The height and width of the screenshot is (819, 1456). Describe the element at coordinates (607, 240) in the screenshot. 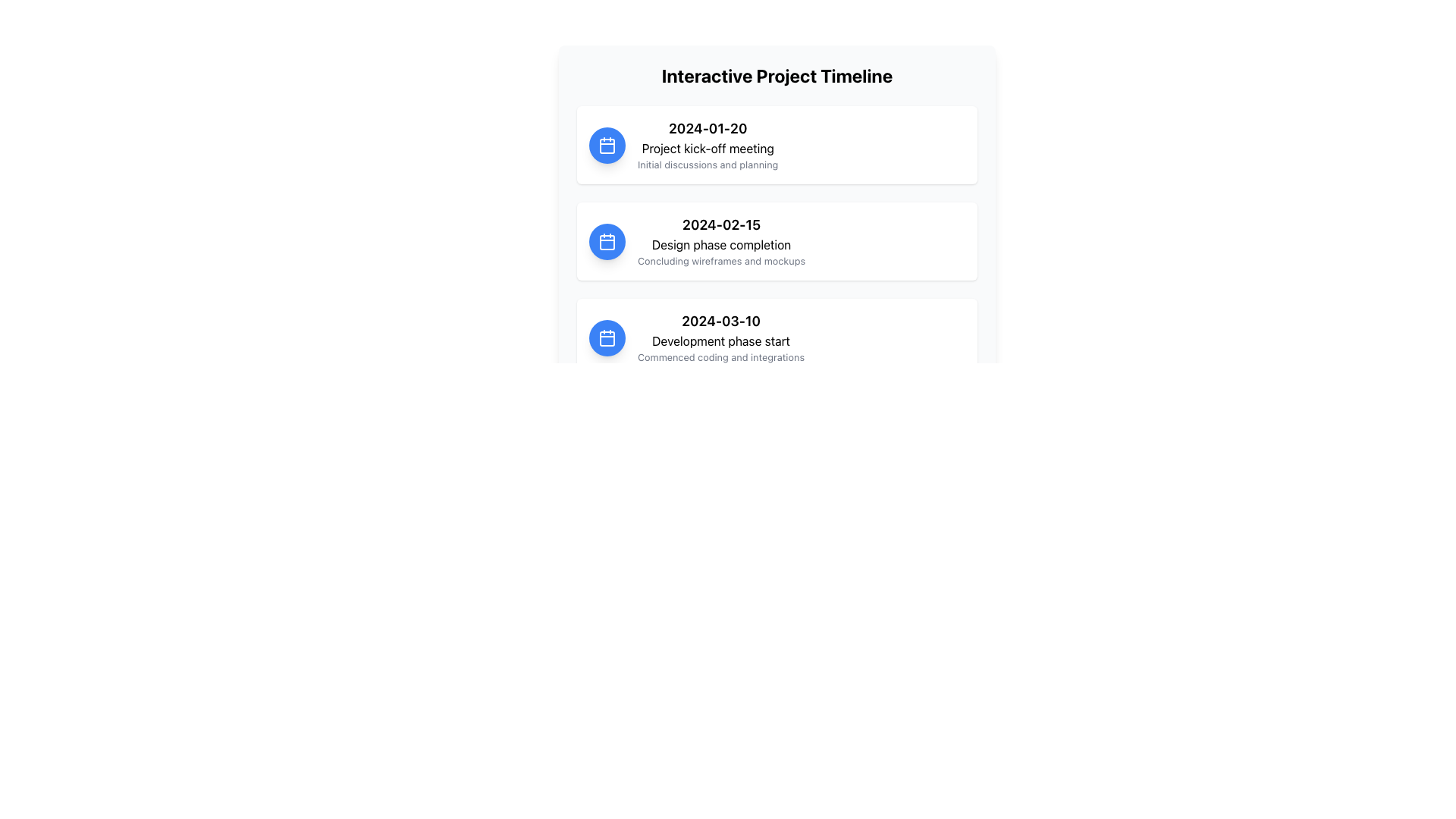

I see `the calendar events icon located in the second row of the timeline interface, to the left of 'Design phase completion'` at that location.